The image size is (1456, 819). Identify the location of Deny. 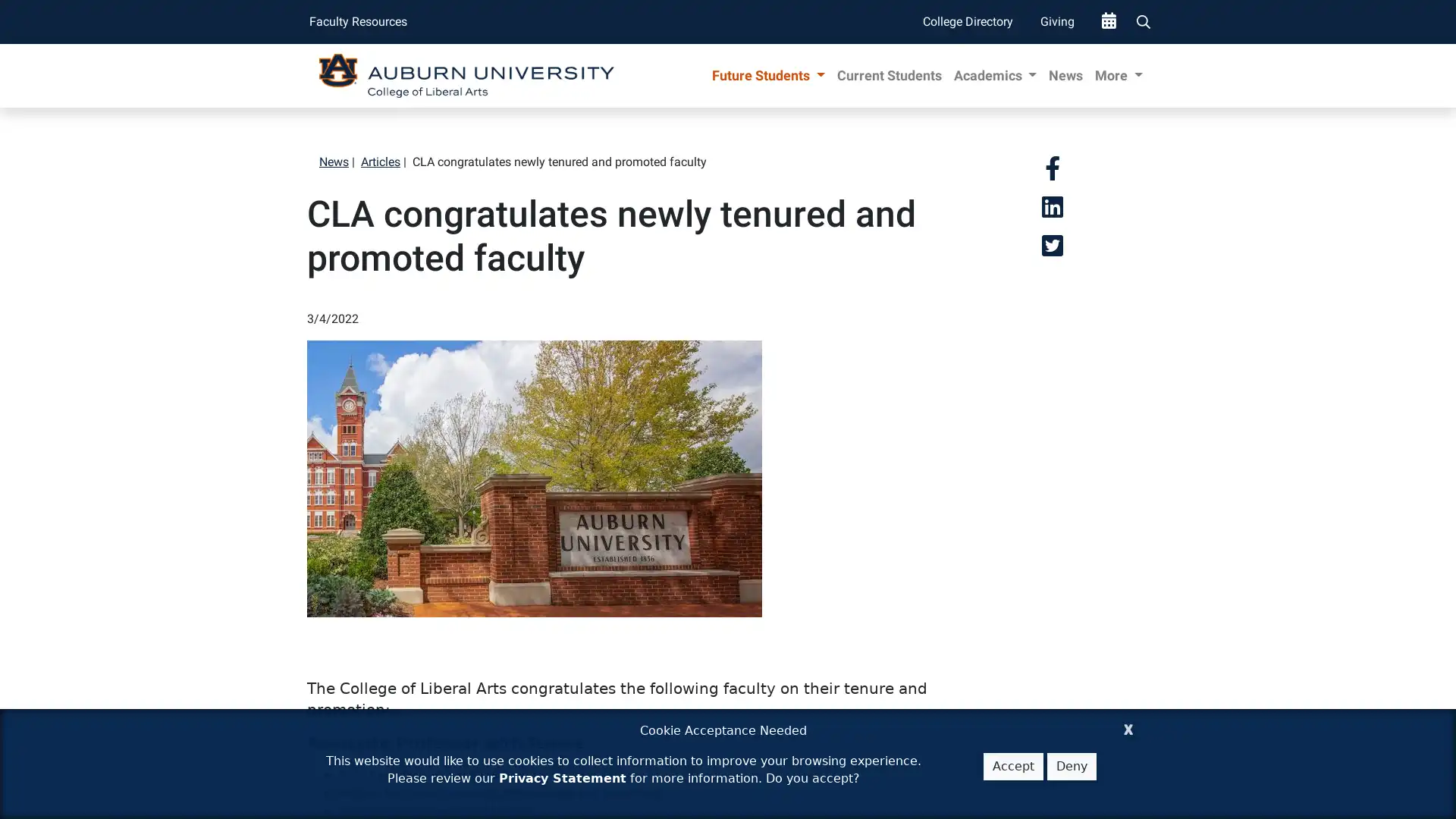
(1071, 766).